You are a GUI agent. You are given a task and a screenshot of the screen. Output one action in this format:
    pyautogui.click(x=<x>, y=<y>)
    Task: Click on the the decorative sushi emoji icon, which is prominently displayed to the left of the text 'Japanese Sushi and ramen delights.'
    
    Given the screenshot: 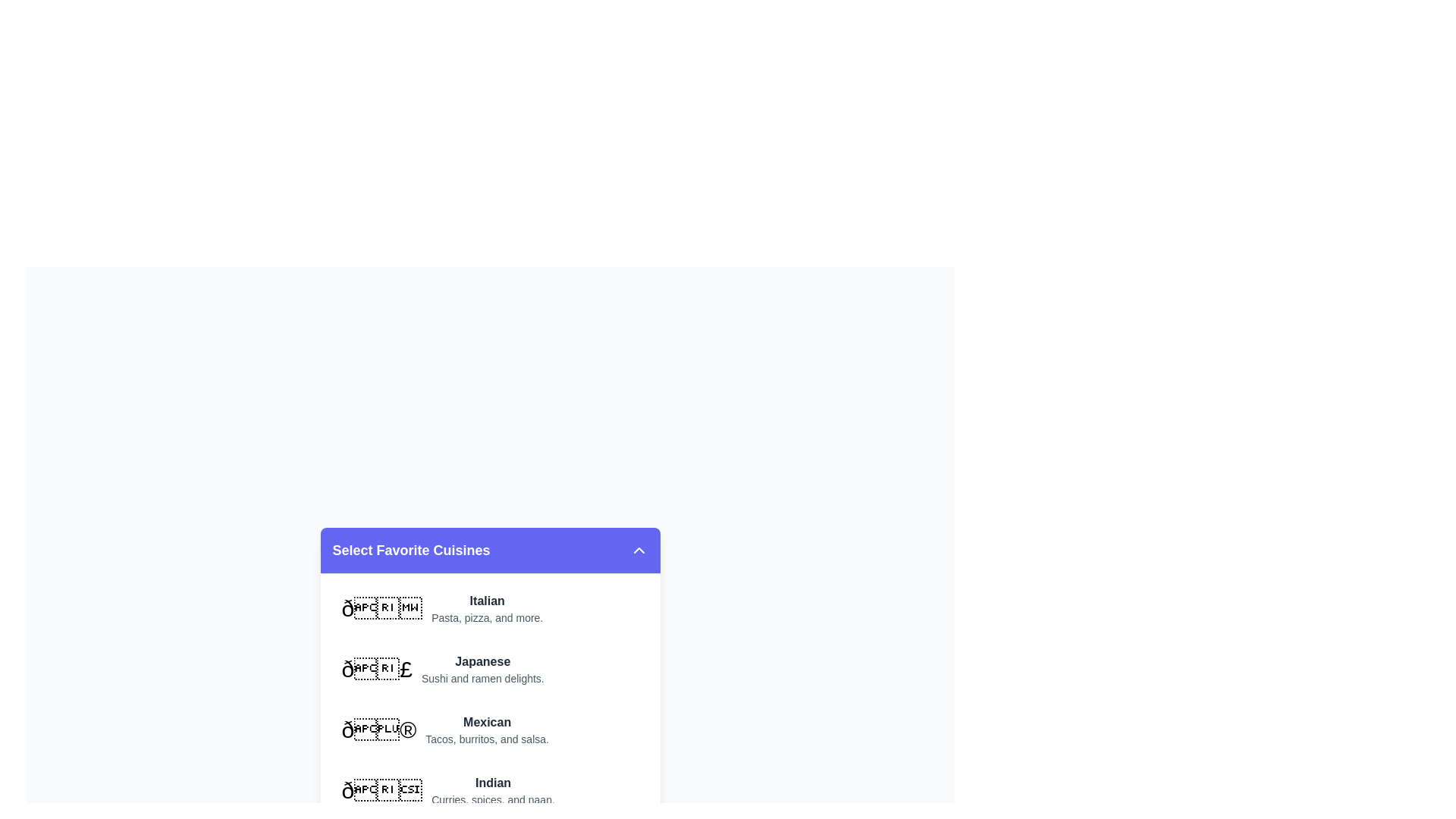 What is the action you would take?
    pyautogui.click(x=377, y=668)
    